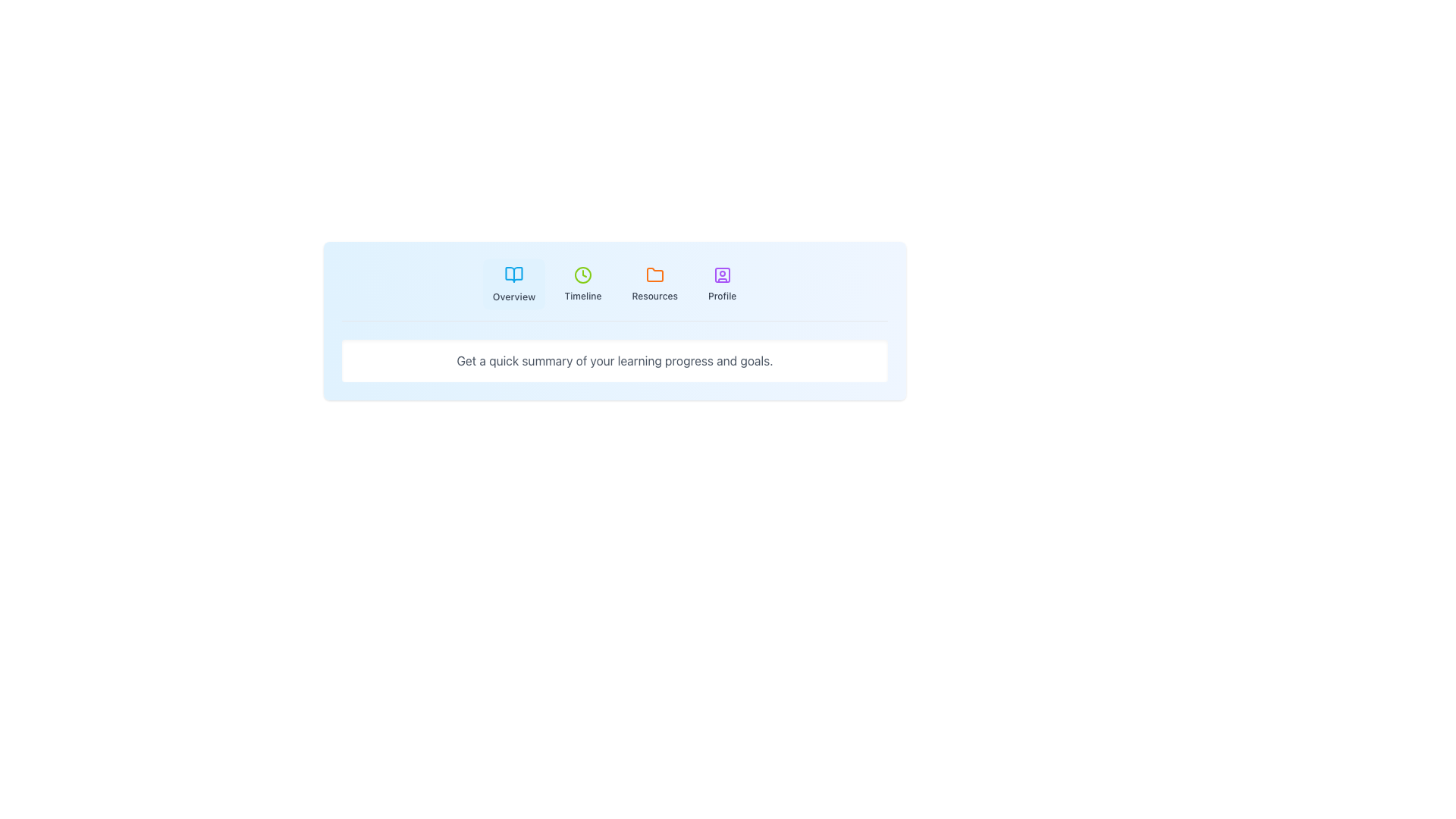 The image size is (1456, 819). Describe the element at coordinates (513, 284) in the screenshot. I see `the first button in the horizontal row that navigates to the 'Overview' section located at the top center of the interface` at that location.